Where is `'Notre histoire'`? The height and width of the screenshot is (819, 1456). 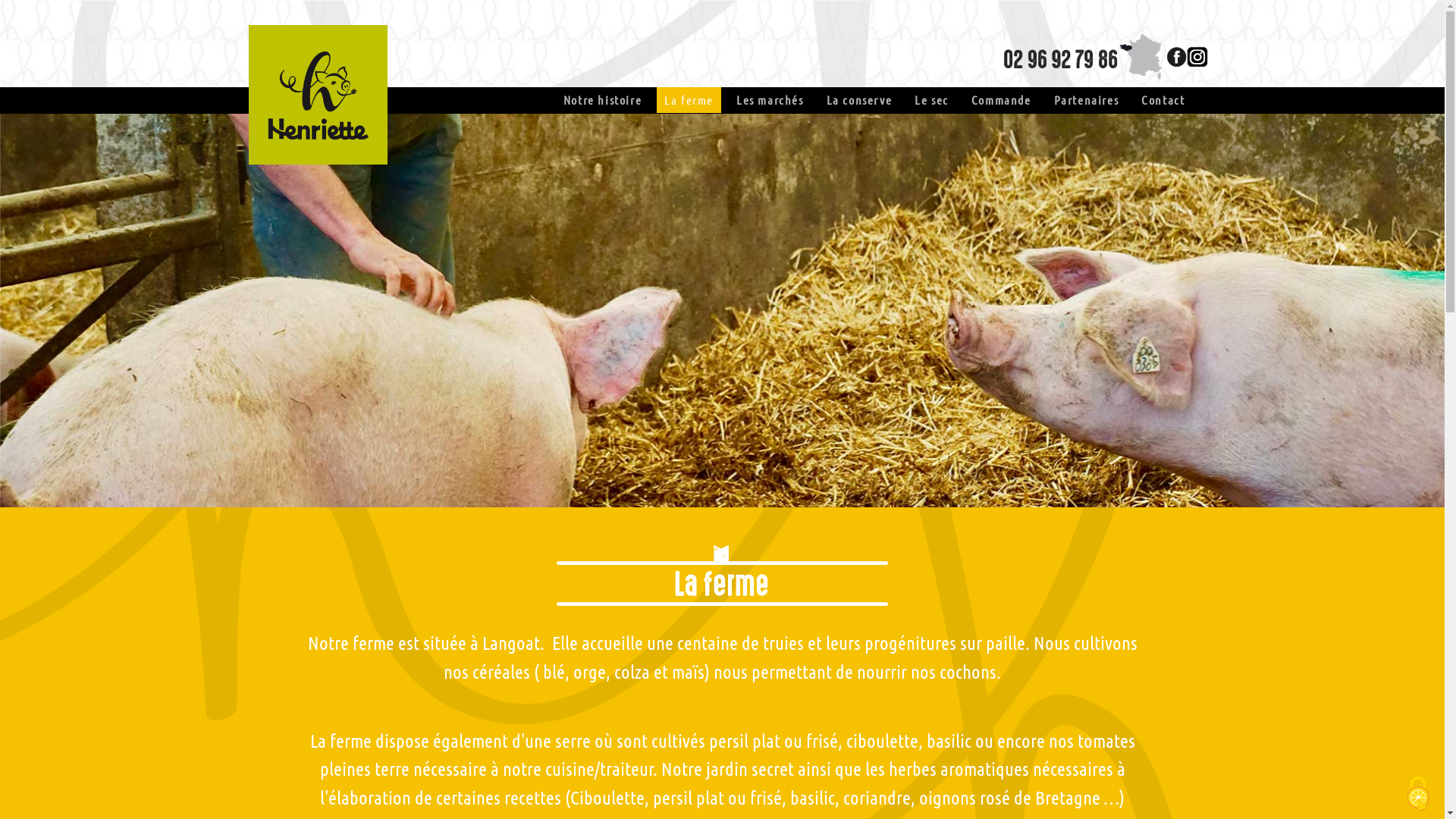 'Notre histoire' is located at coordinates (601, 99).